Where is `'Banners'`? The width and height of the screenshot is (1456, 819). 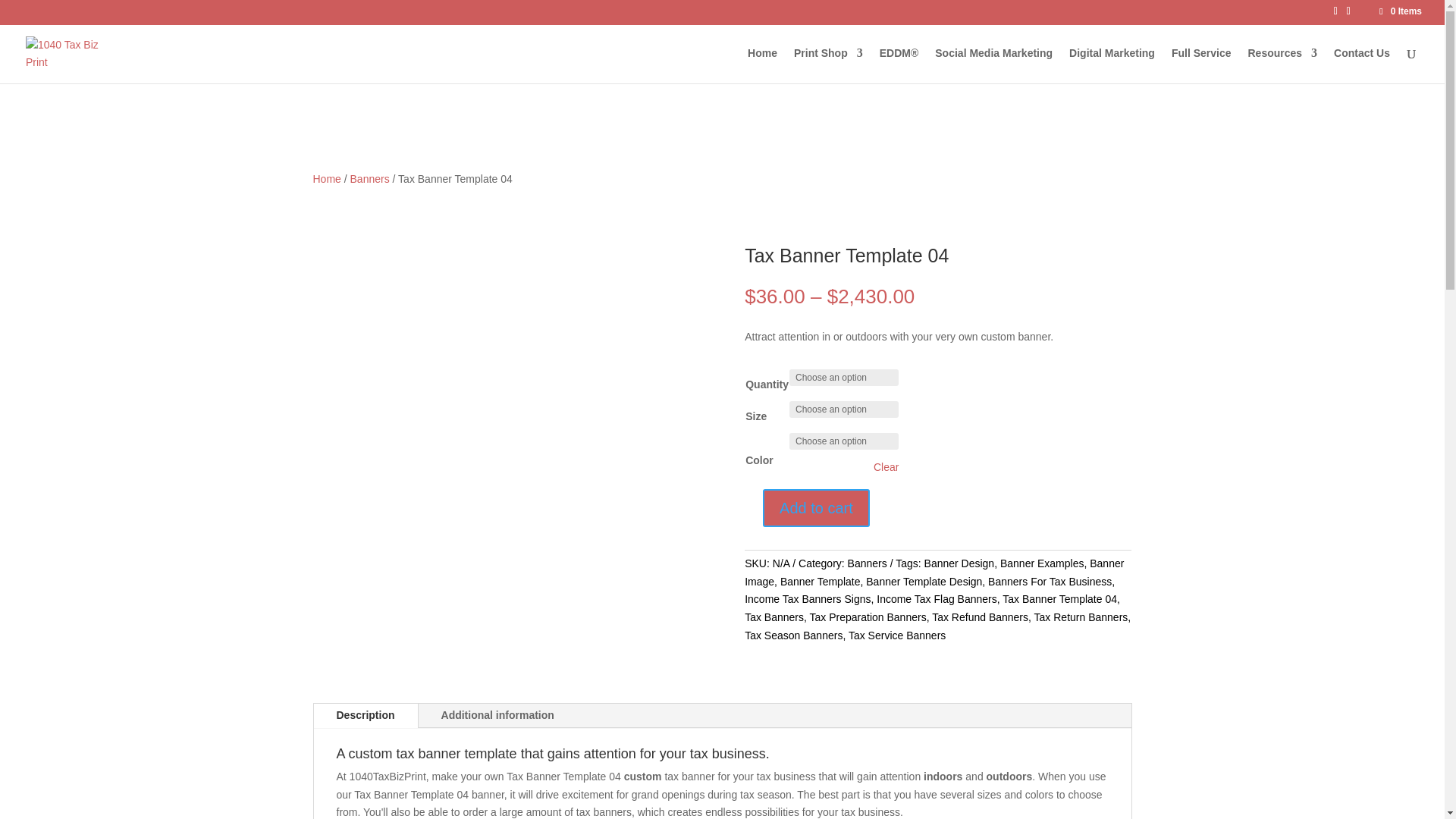
'Banners' is located at coordinates (370, 177).